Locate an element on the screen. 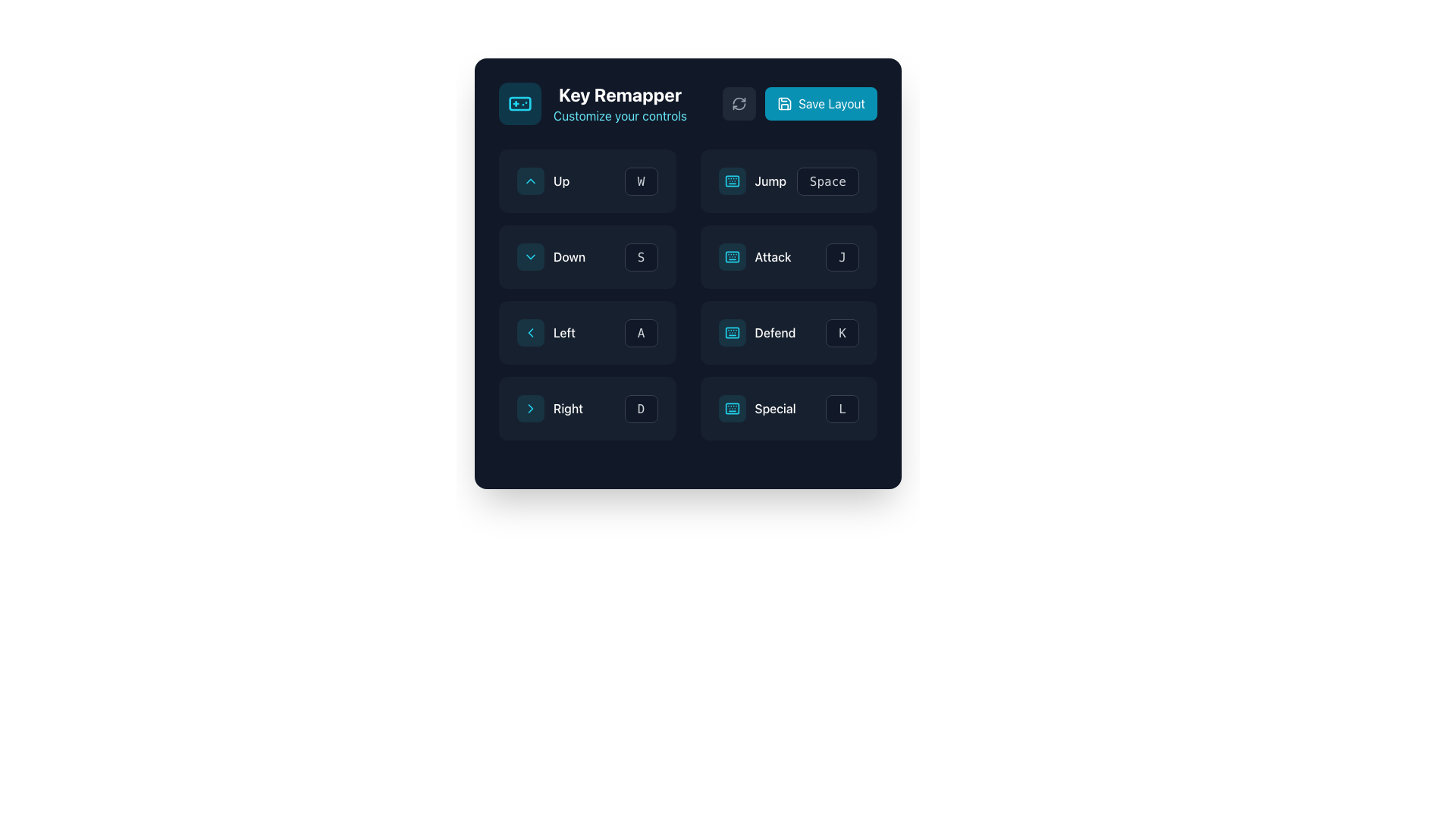 This screenshot has width=1456, height=819. the 'Attack' button with a keyboard icon, located in the third row and second column of the 'Key Remapper' panel is located at coordinates (755, 256).